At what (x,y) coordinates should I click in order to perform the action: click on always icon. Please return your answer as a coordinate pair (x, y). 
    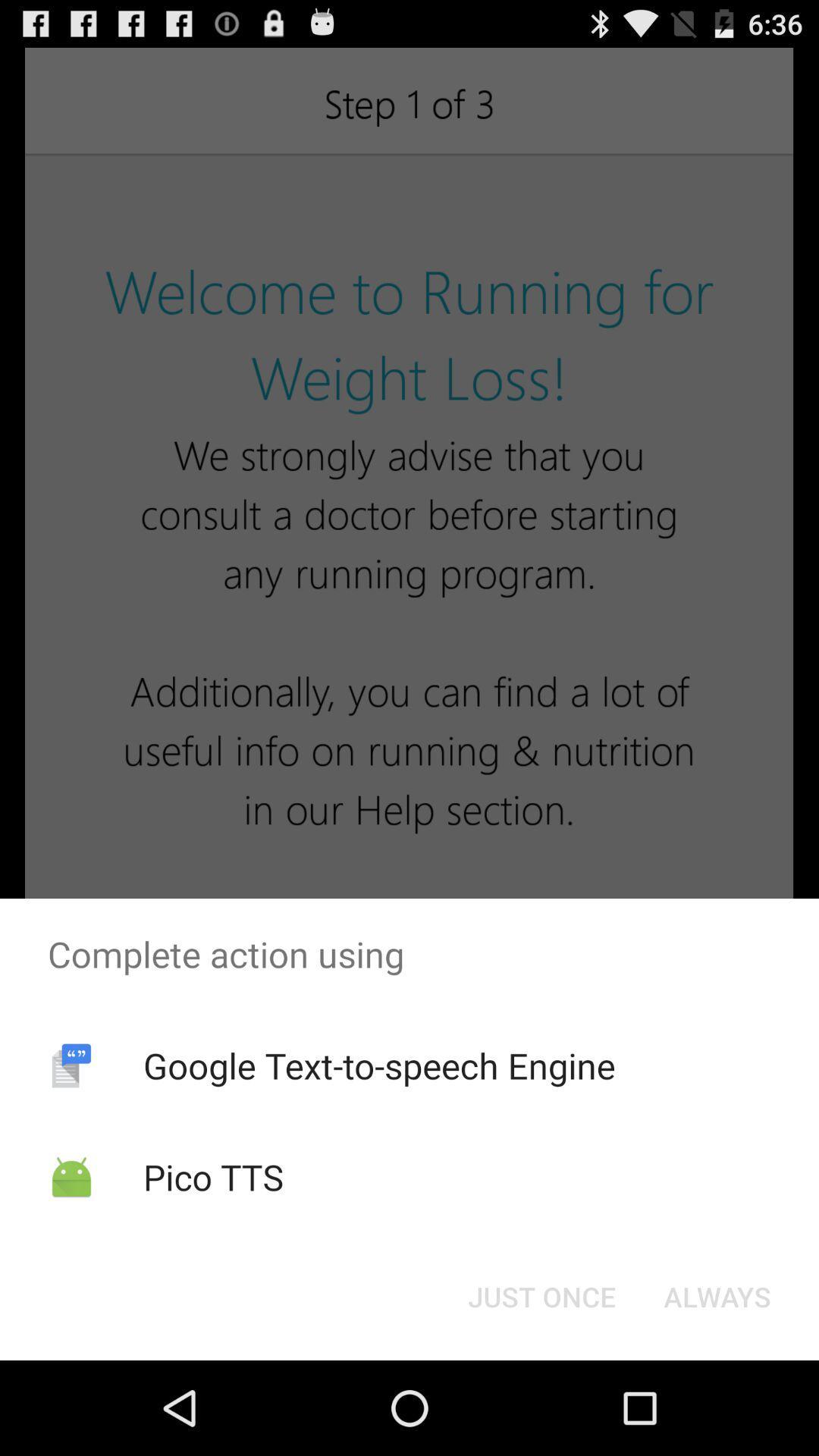
    Looking at the image, I should click on (717, 1295).